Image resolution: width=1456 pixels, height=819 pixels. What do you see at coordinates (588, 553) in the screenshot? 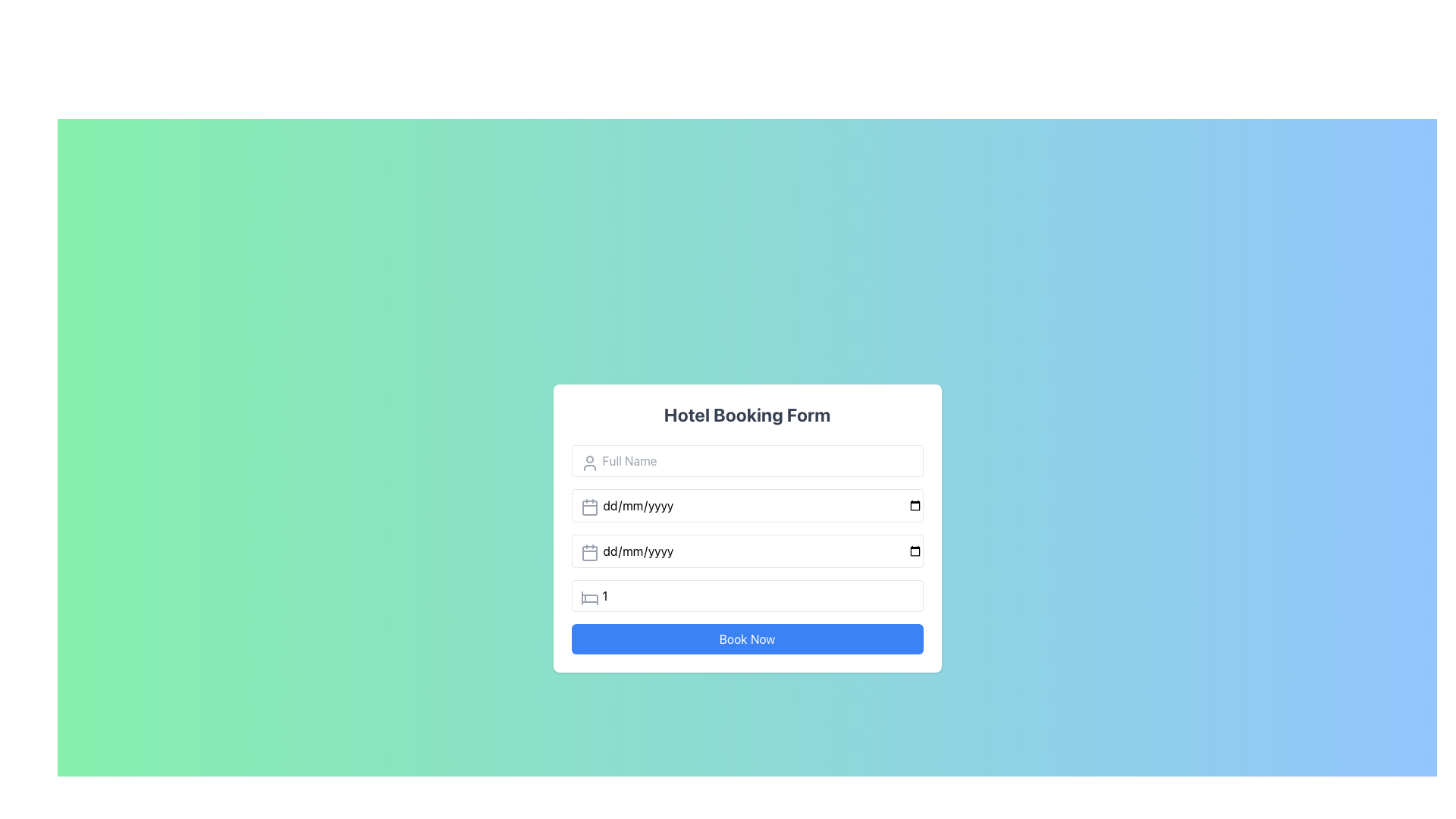
I see `the calendar icon located on the left side of the second date input field in the booking form` at bounding box center [588, 553].